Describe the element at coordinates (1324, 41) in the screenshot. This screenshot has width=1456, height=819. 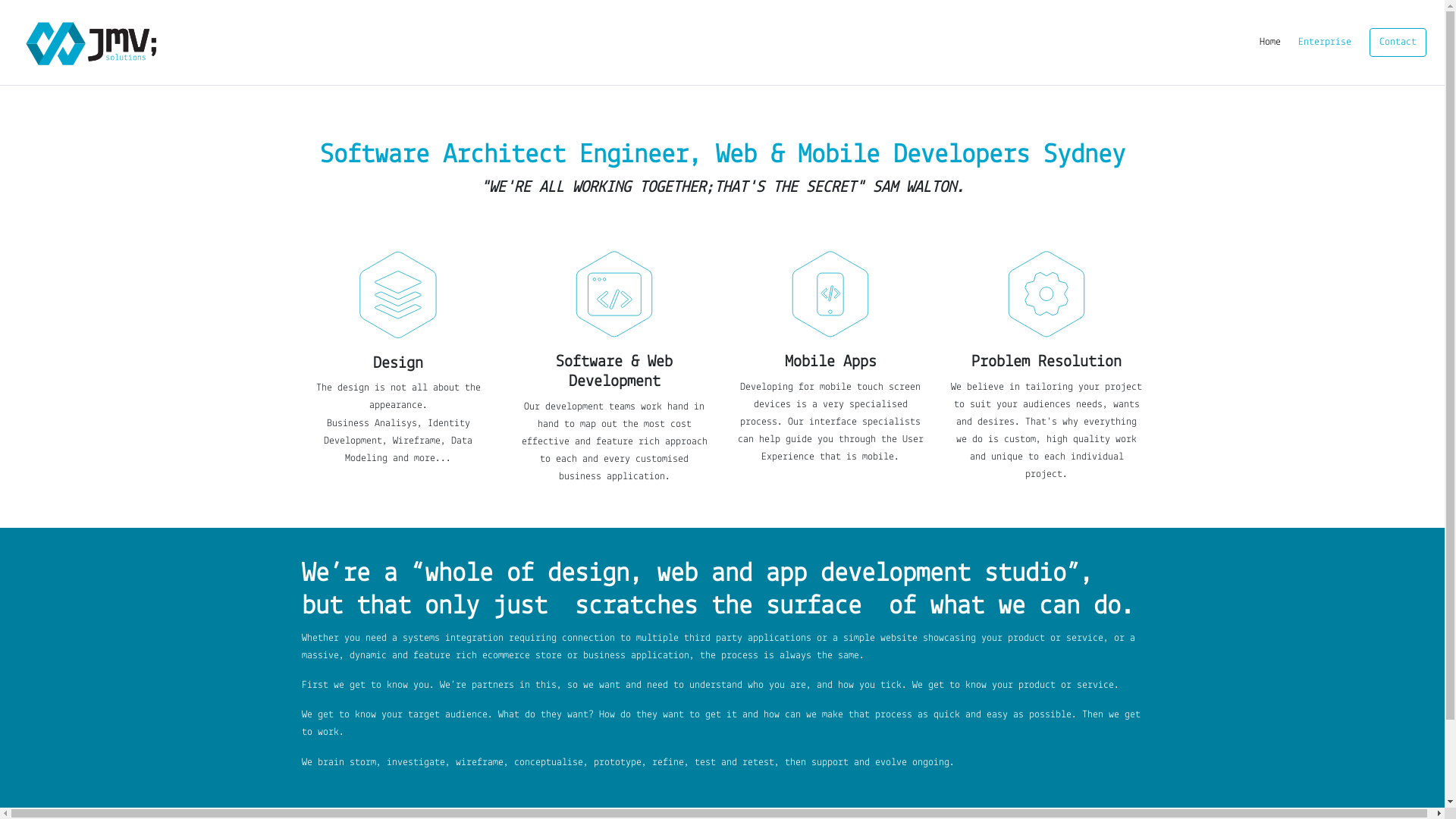
I see `'Enterprise'` at that location.